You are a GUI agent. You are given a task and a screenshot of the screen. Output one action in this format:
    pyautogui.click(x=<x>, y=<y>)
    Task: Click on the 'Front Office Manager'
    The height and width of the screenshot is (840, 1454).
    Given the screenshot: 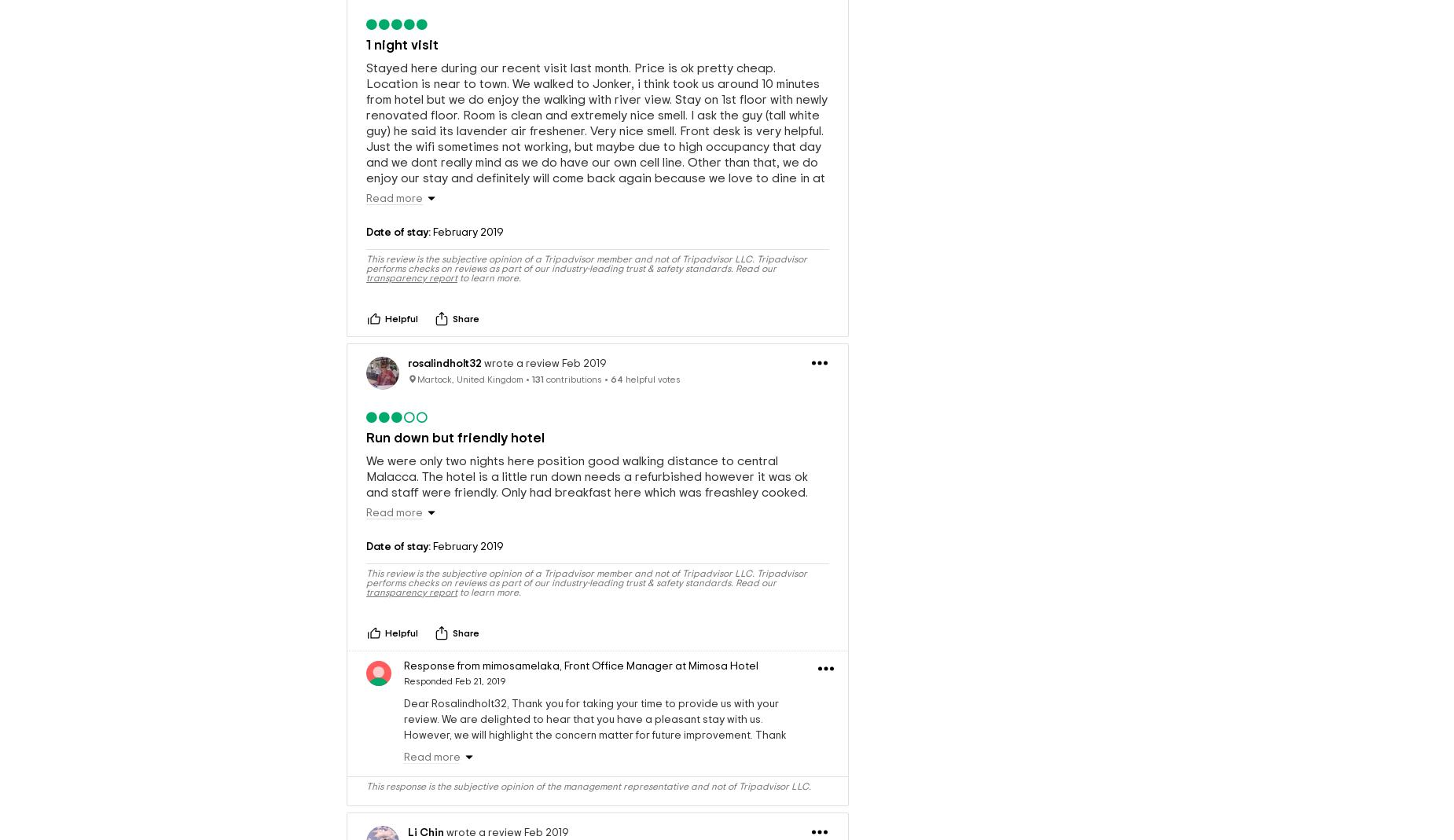 What is the action you would take?
    pyautogui.click(x=618, y=665)
    